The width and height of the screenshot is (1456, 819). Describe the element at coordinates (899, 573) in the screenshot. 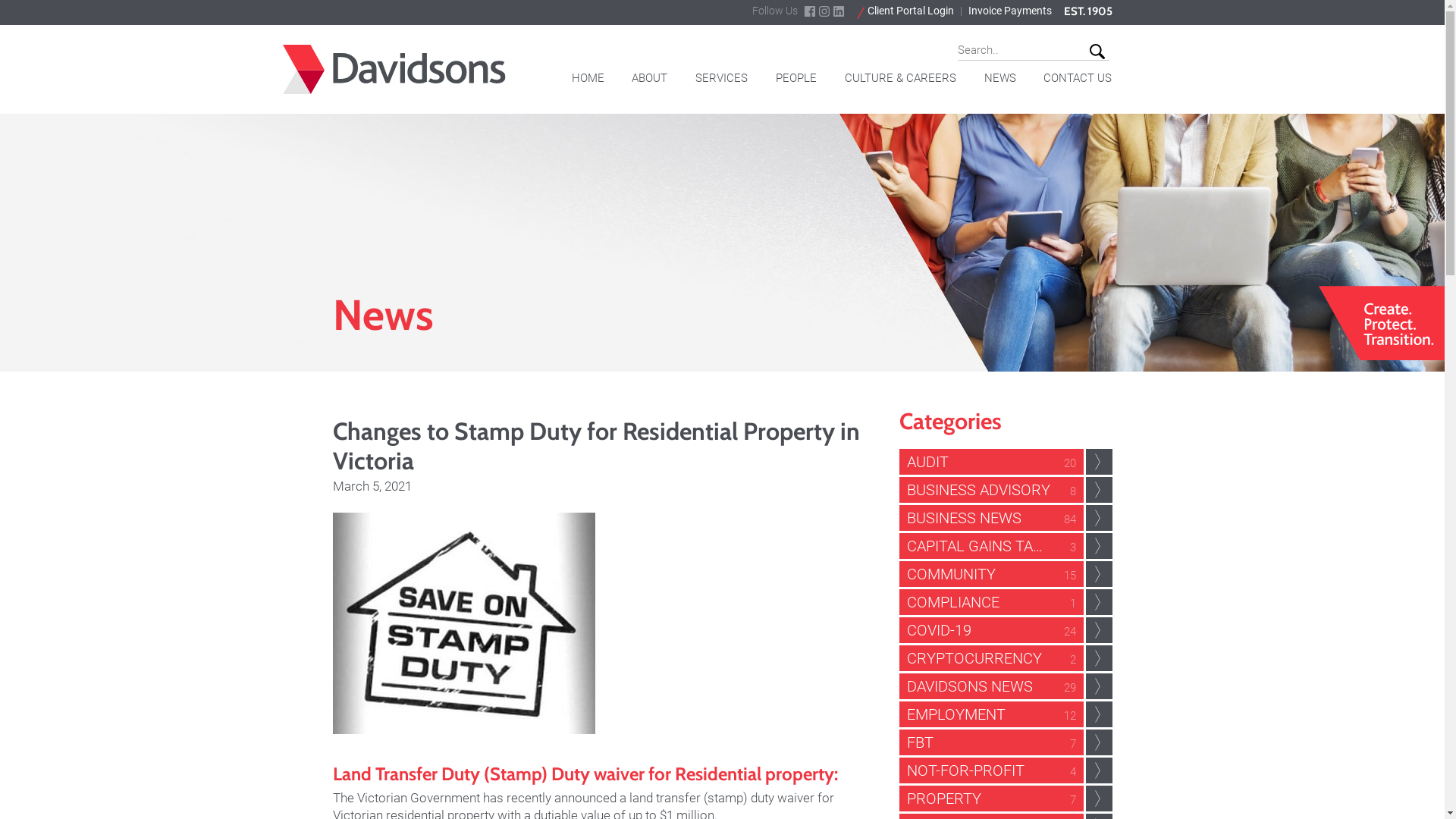

I see `'COMMUNITY` at that location.